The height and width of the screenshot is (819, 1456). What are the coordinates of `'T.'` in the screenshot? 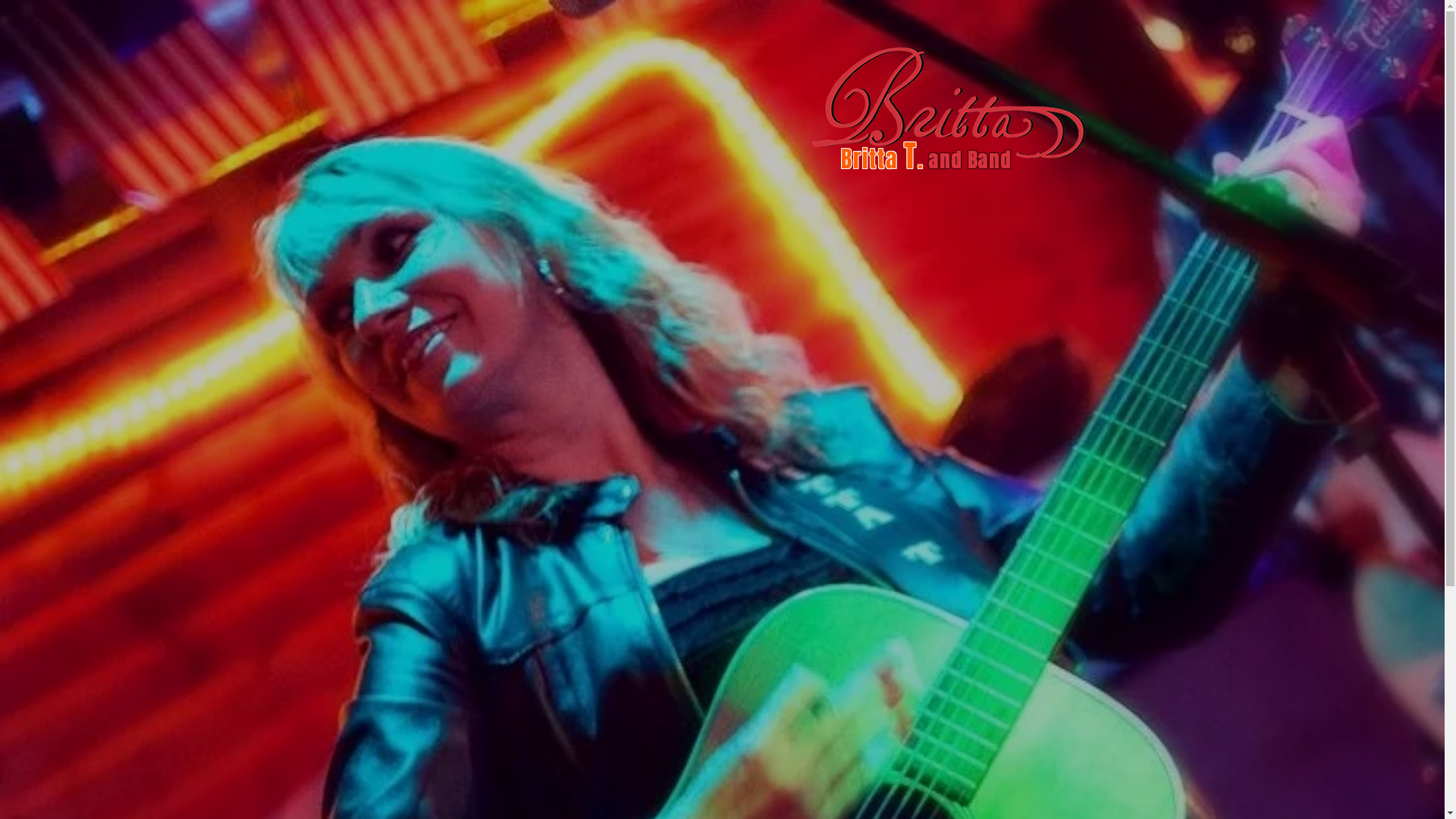 It's located at (912, 160).